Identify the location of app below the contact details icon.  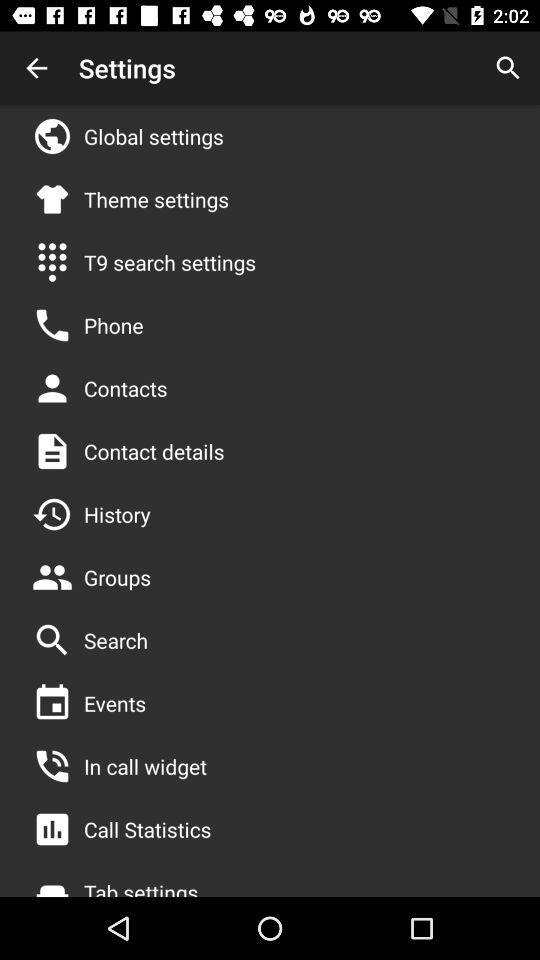
(117, 513).